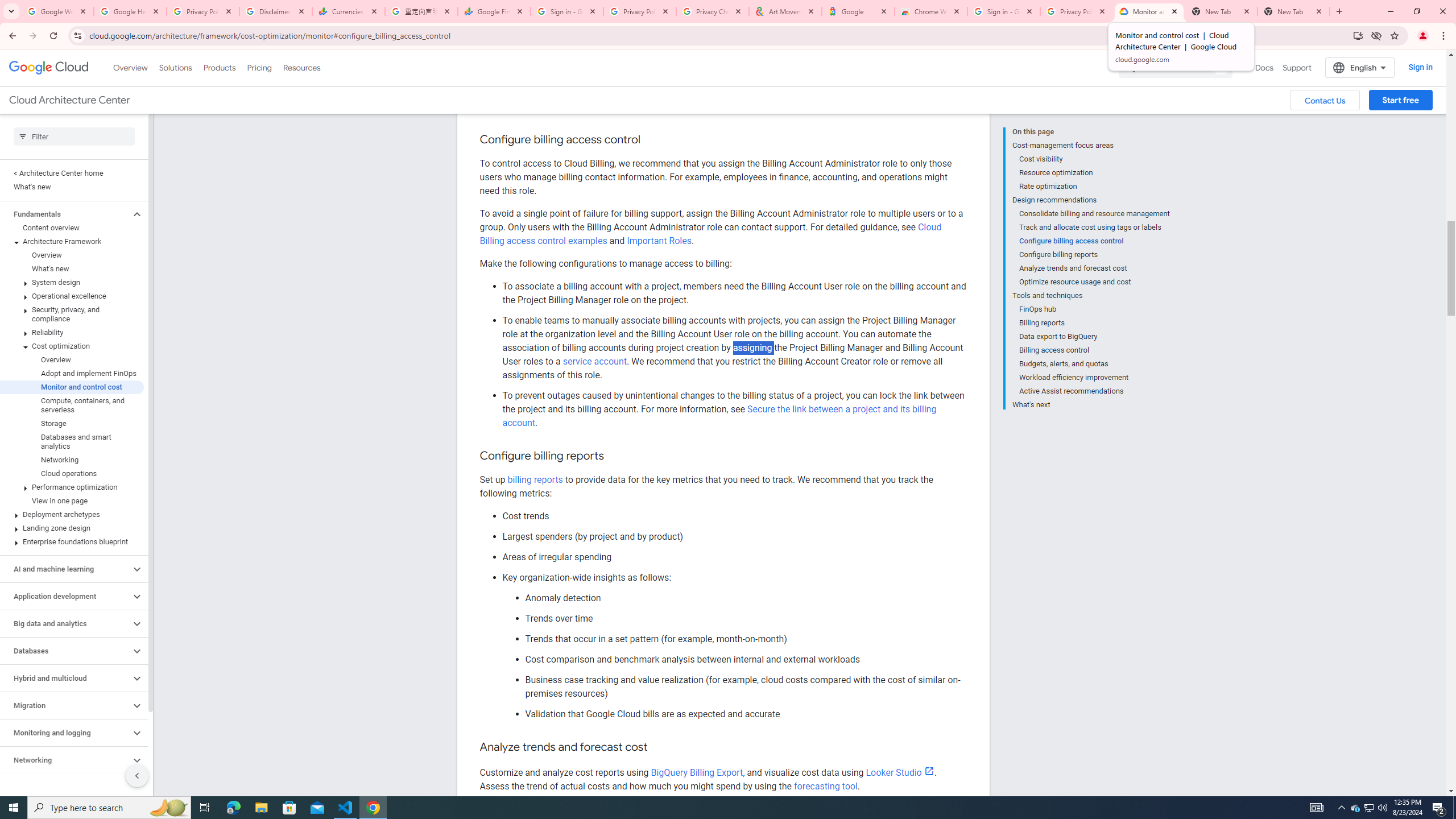  What do you see at coordinates (72, 282) in the screenshot?
I see `'System design'` at bounding box center [72, 282].